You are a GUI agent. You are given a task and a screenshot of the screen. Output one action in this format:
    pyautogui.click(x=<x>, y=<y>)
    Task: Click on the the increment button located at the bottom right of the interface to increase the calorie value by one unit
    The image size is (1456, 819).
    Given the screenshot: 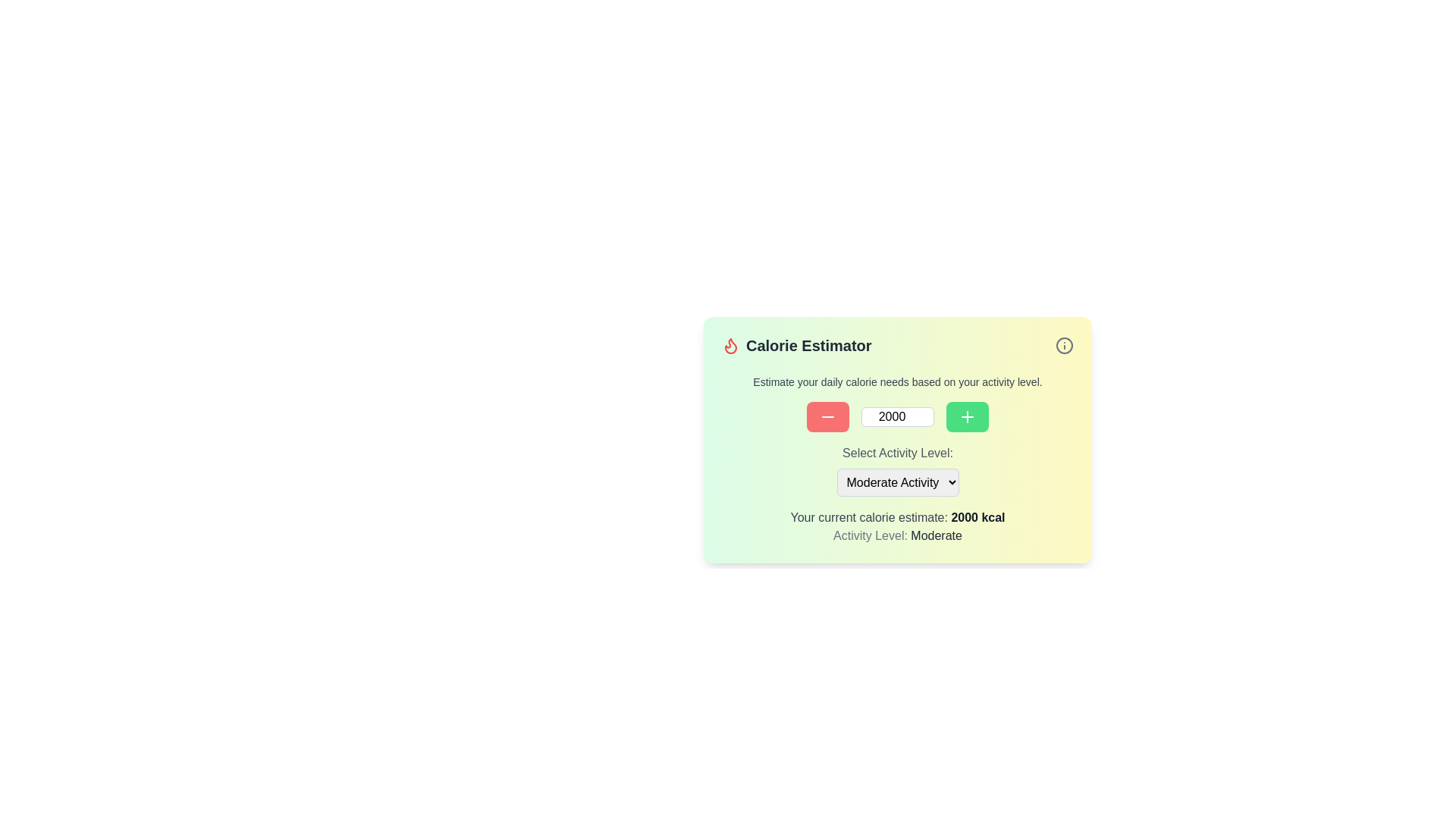 What is the action you would take?
    pyautogui.click(x=967, y=417)
    